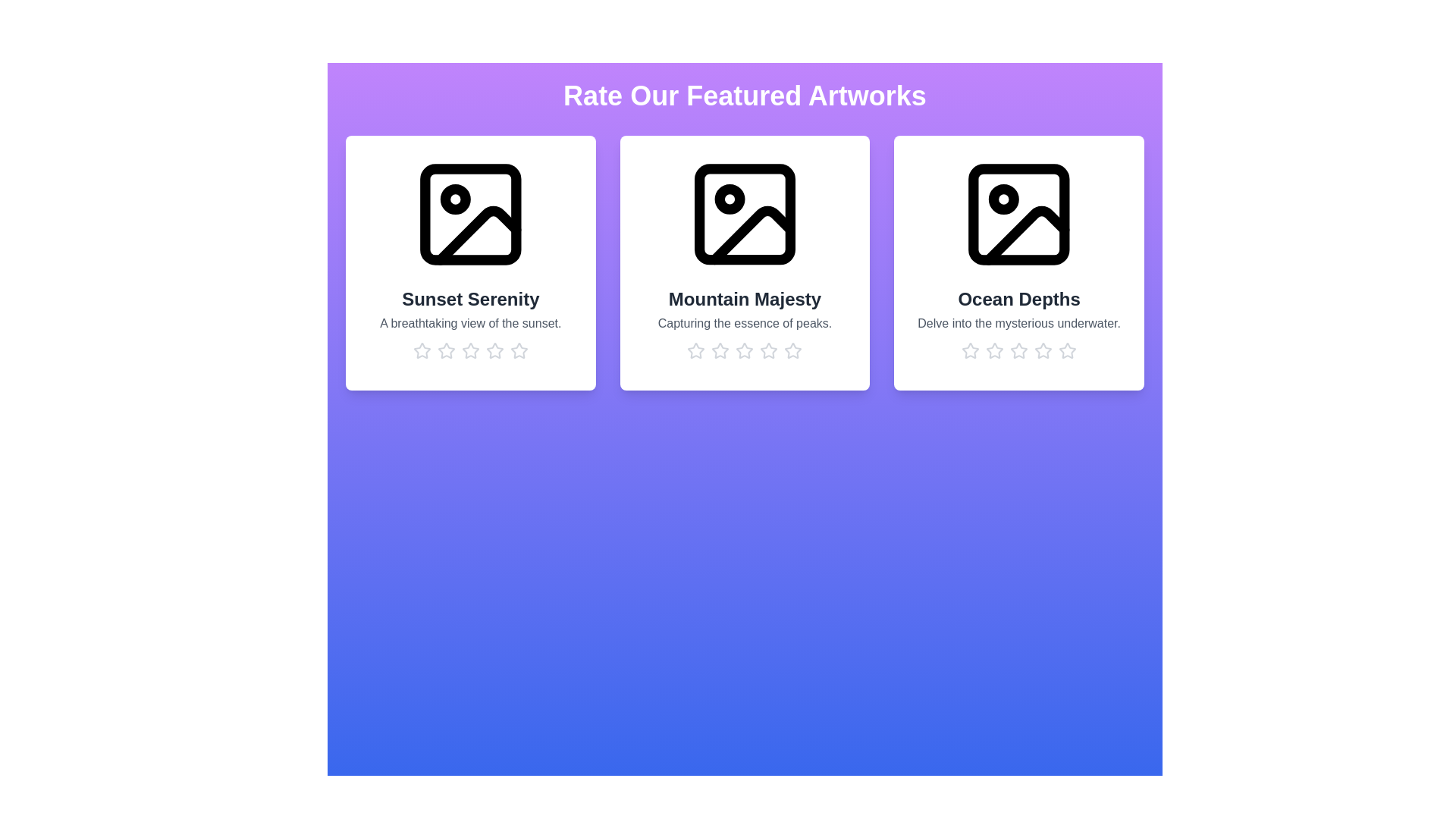 This screenshot has width=1456, height=819. I want to click on the rating for the artwork 'Sunset Serenity' to 5 stars, so click(519, 350).